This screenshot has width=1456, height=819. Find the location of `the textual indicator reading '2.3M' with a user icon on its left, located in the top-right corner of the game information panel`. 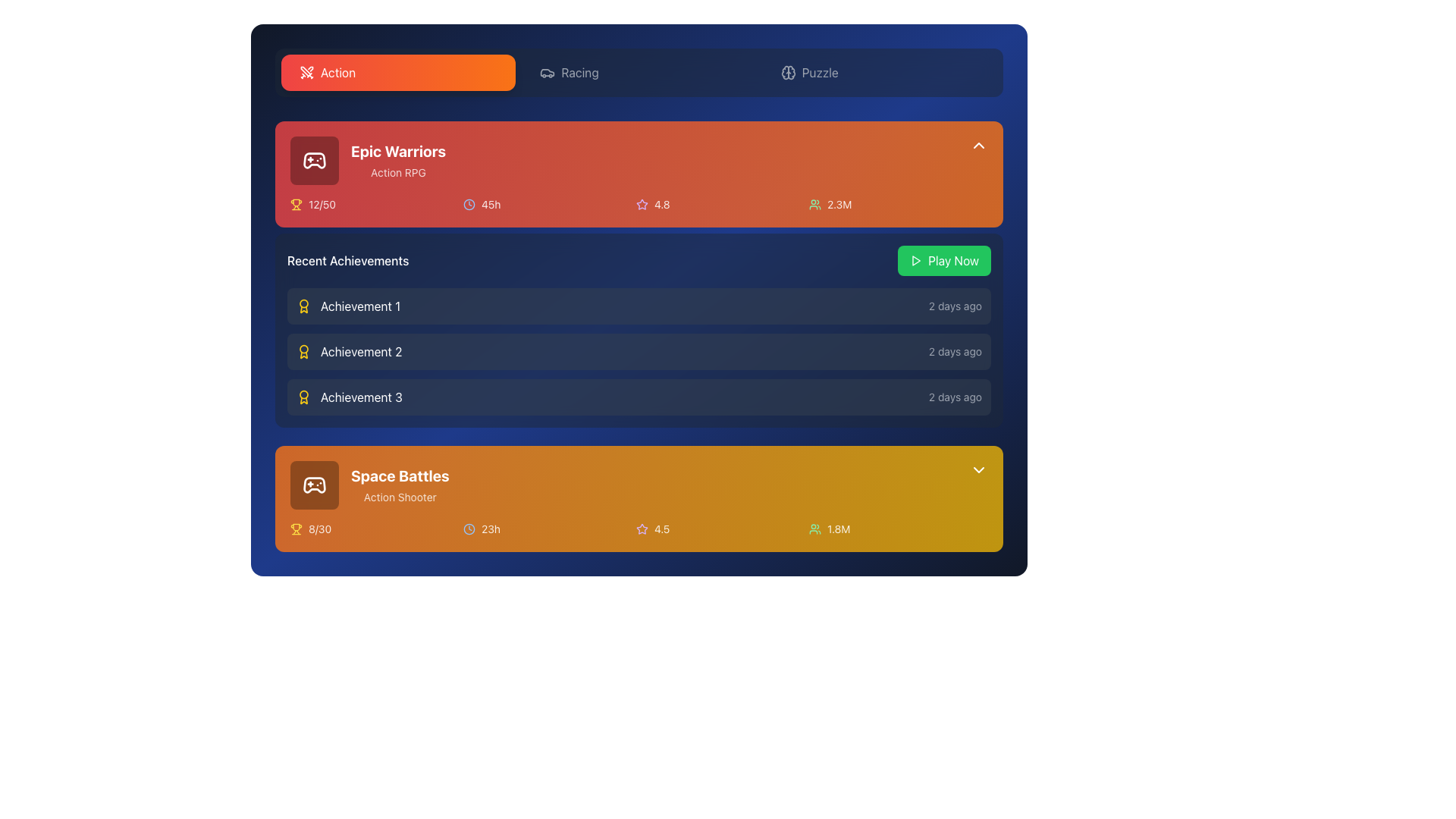

the textual indicator reading '2.3M' with a user icon on its left, located in the top-right corner of the game information panel is located at coordinates (889, 205).